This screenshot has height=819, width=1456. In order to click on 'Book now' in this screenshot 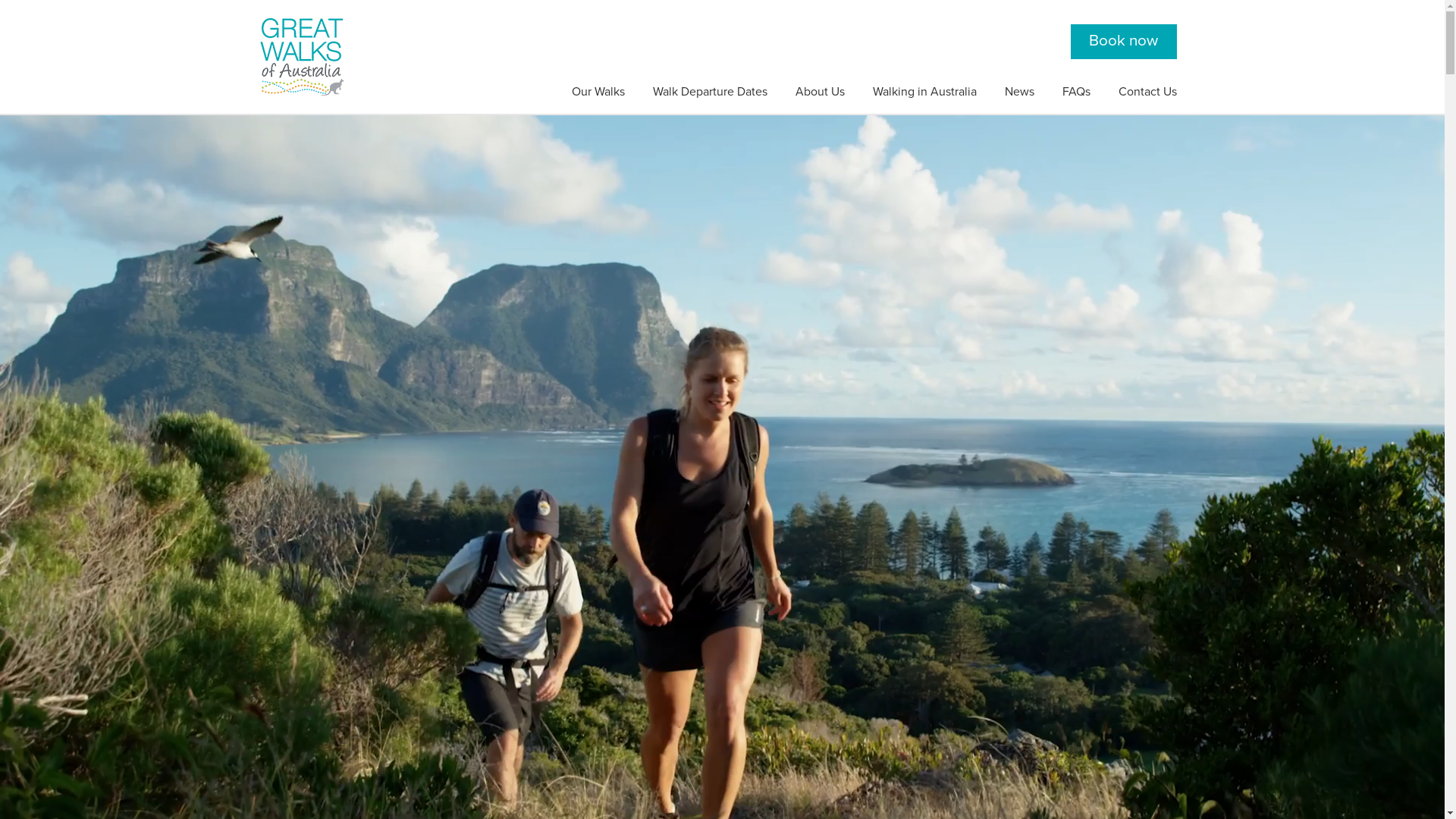, I will do `click(1124, 40)`.